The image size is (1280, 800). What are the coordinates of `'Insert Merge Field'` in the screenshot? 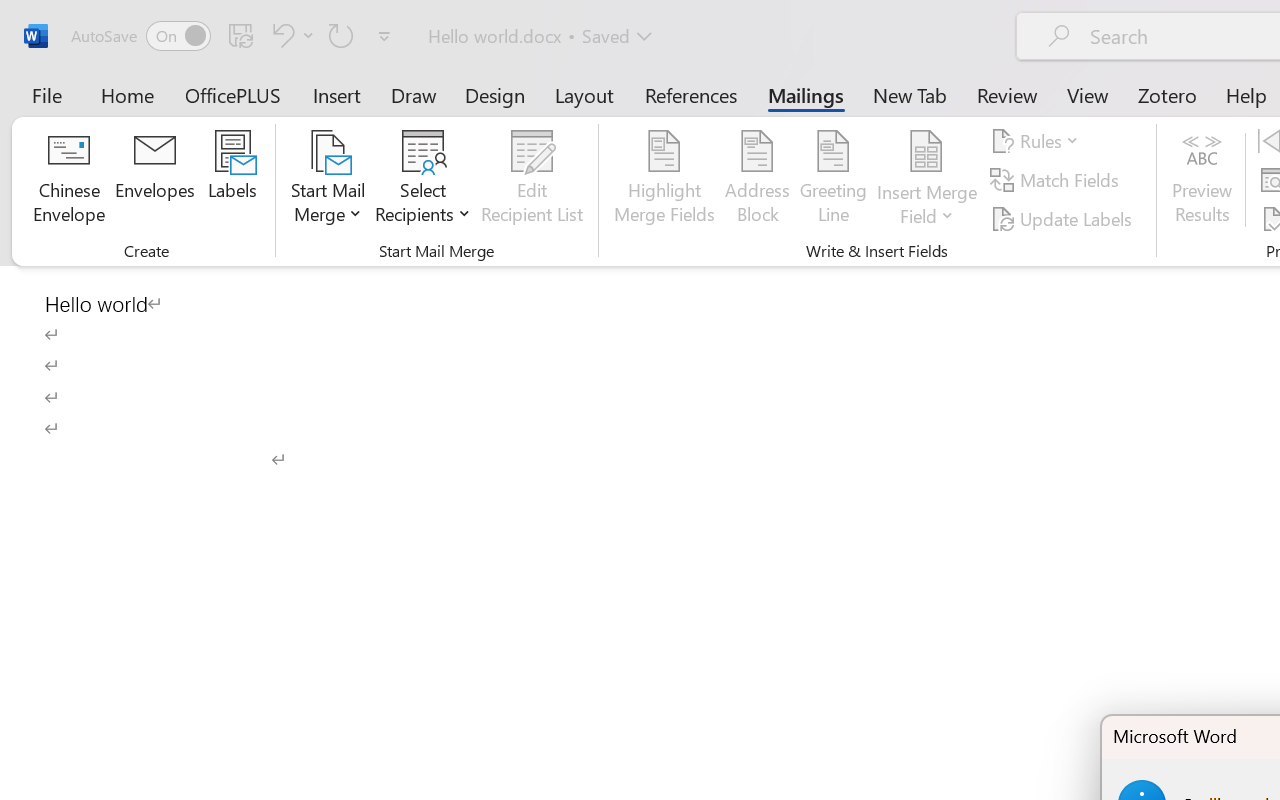 It's located at (926, 151).